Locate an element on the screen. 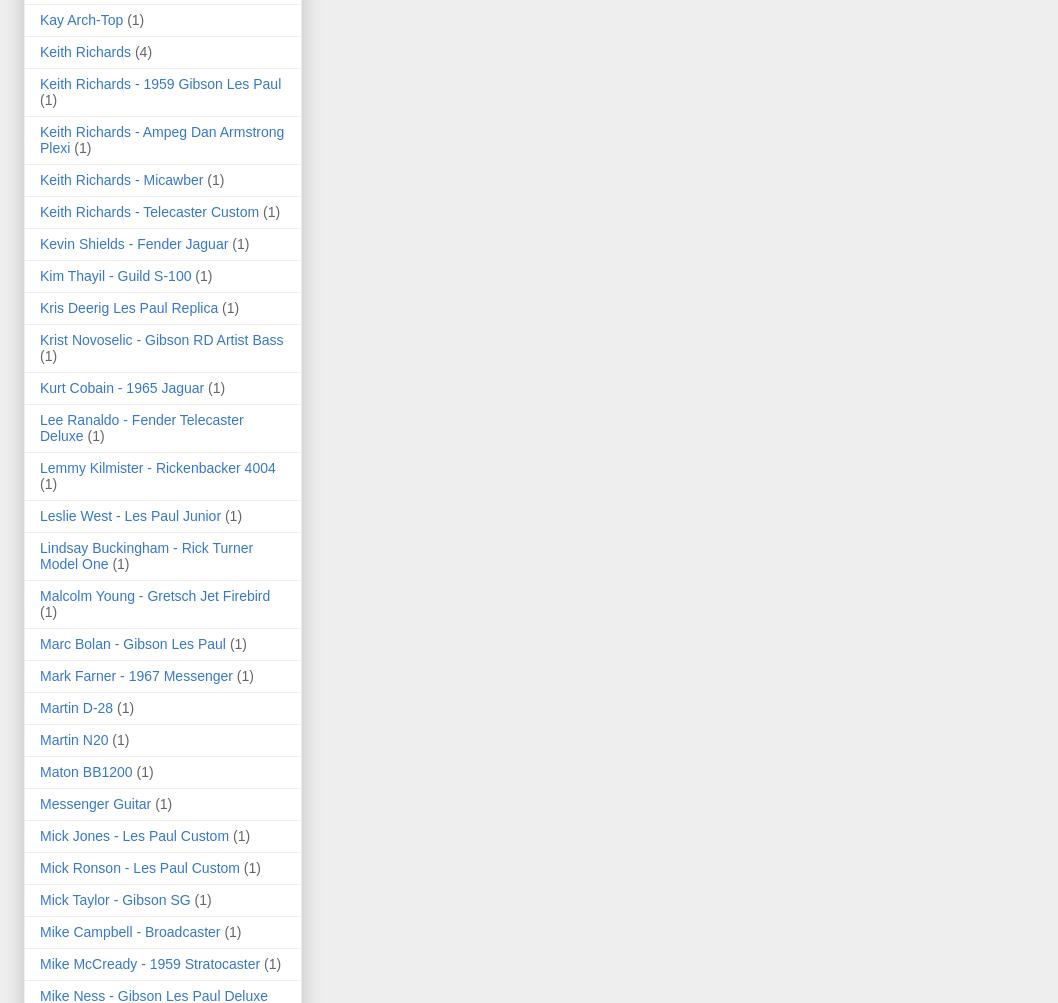 This screenshot has height=1003, width=1058. 'Martin N20' is located at coordinates (73, 738).